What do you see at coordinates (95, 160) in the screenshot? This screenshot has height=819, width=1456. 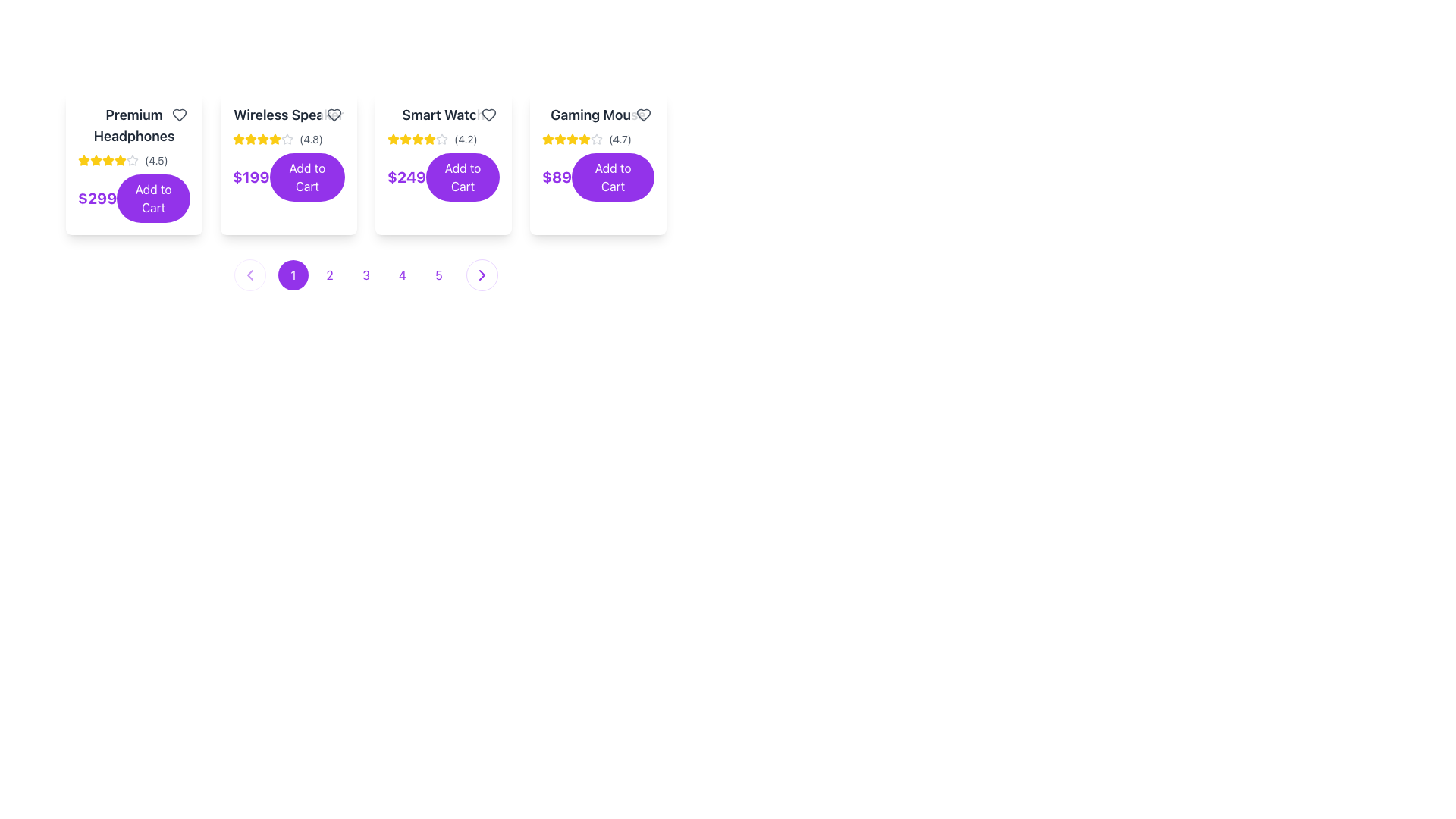 I see `the second star-shaped icon in the rating display system for the 'Premium Headphones' product card, which is filled with yellow color and part of a set of five stars` at bounding box center [95, 160].